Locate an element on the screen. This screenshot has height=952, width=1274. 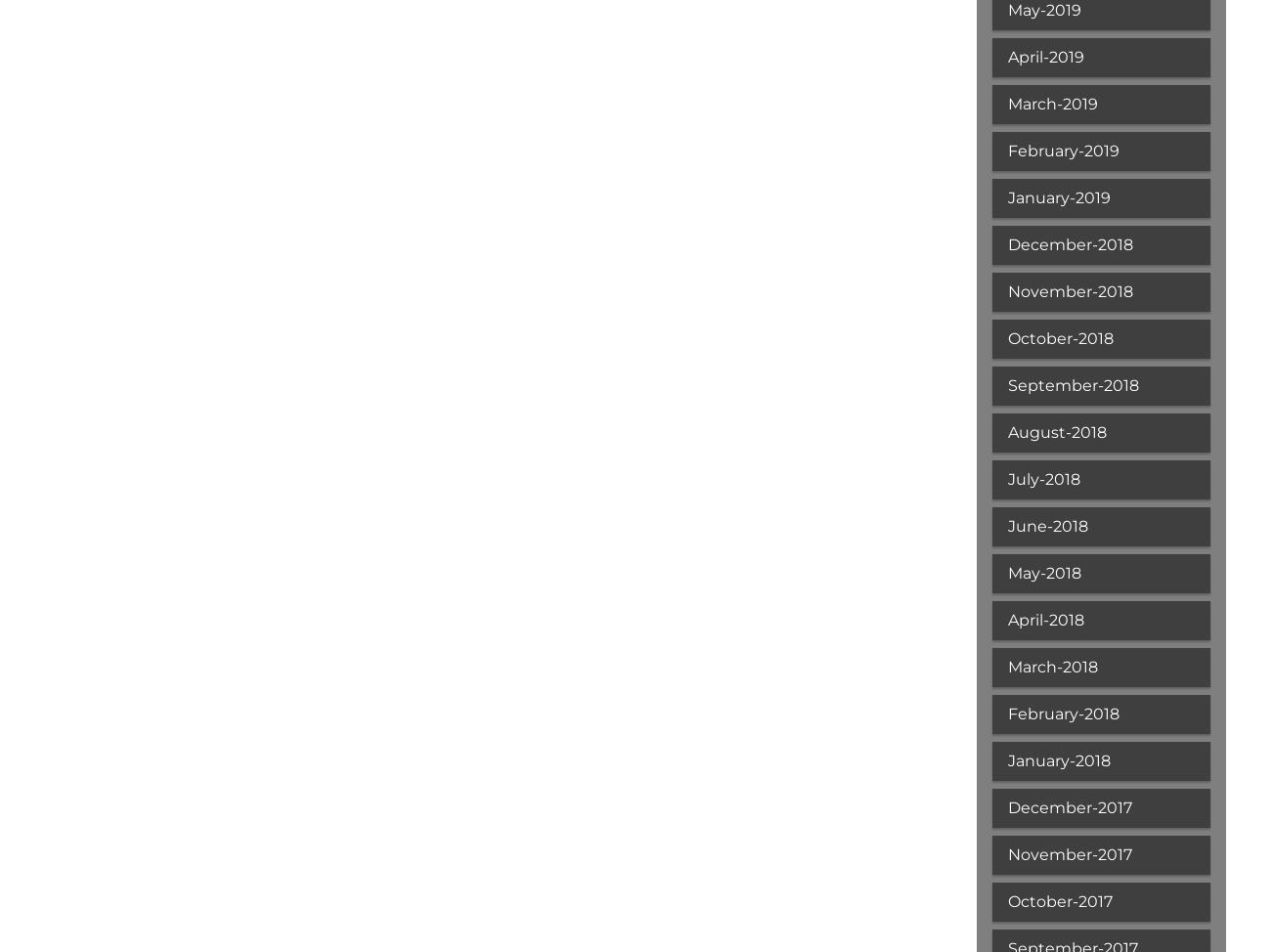
'July-2018' is located at coordinates (1042, 479).